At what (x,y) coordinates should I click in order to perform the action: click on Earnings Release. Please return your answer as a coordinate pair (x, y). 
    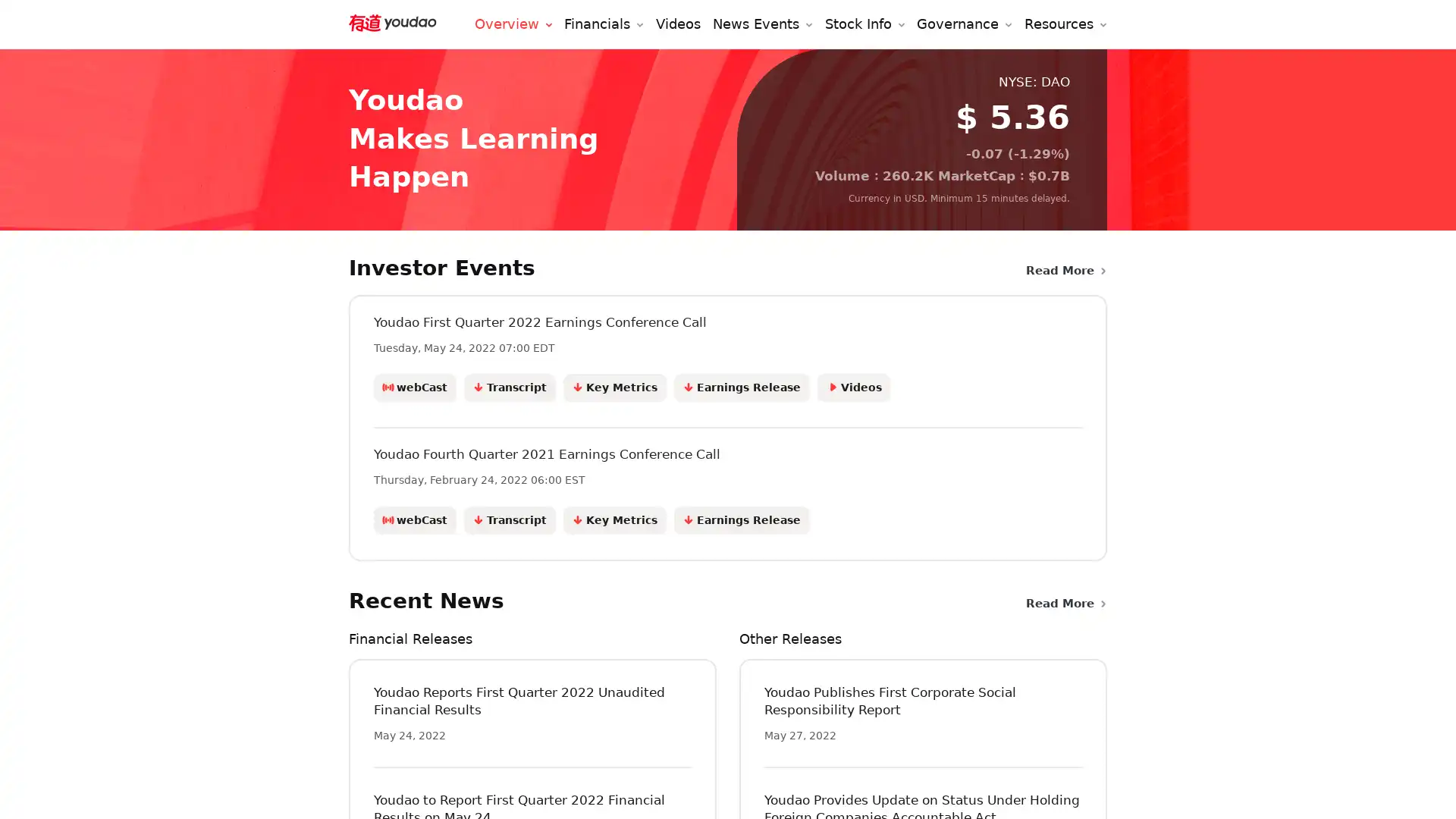
    Looking at the image, I should click on (742, 387).